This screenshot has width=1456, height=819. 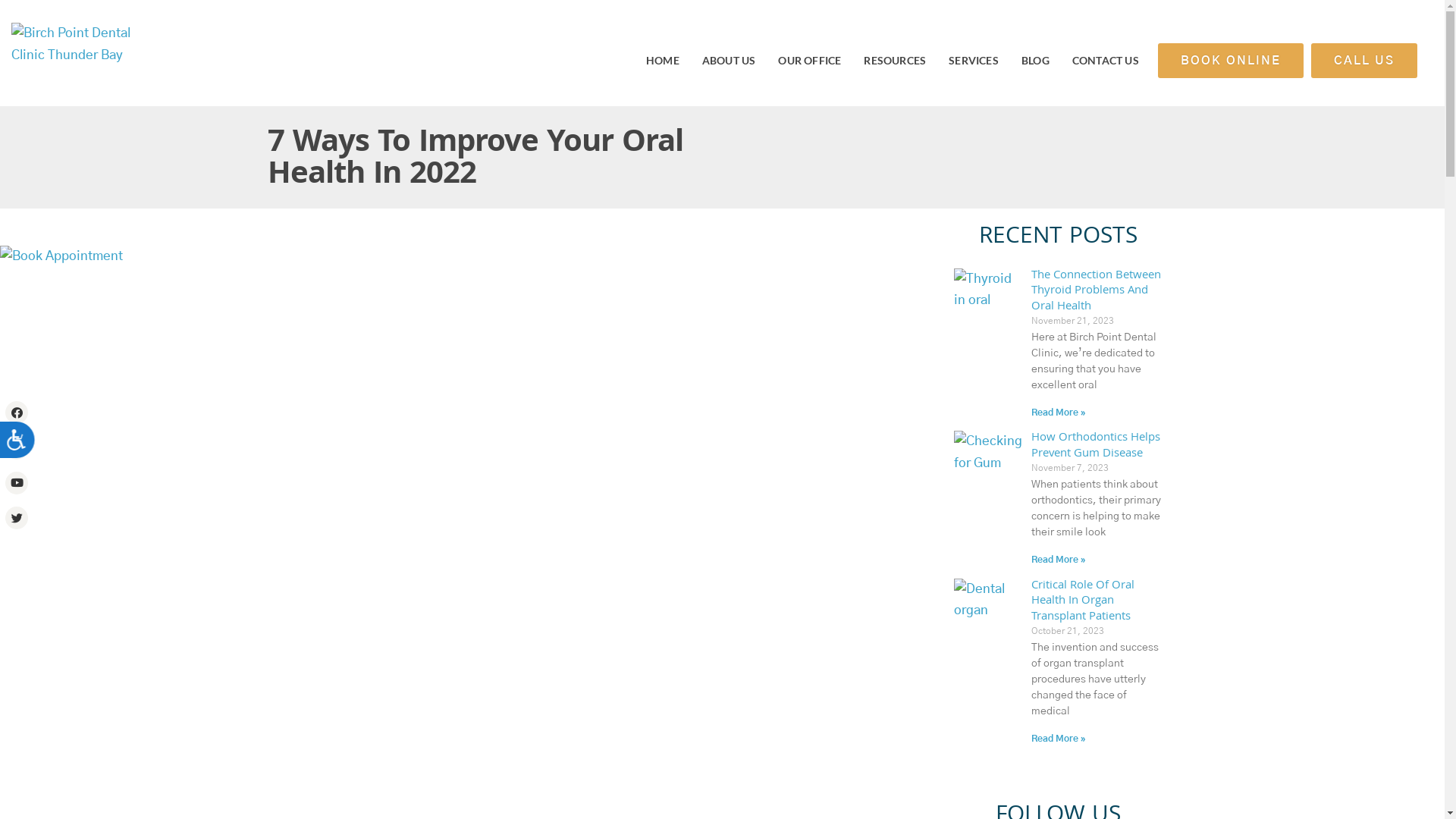 What do you see at coordinates (895, 59) in the screenshot?
I see `'RESOURCES'` at bounding box center [895, 59].